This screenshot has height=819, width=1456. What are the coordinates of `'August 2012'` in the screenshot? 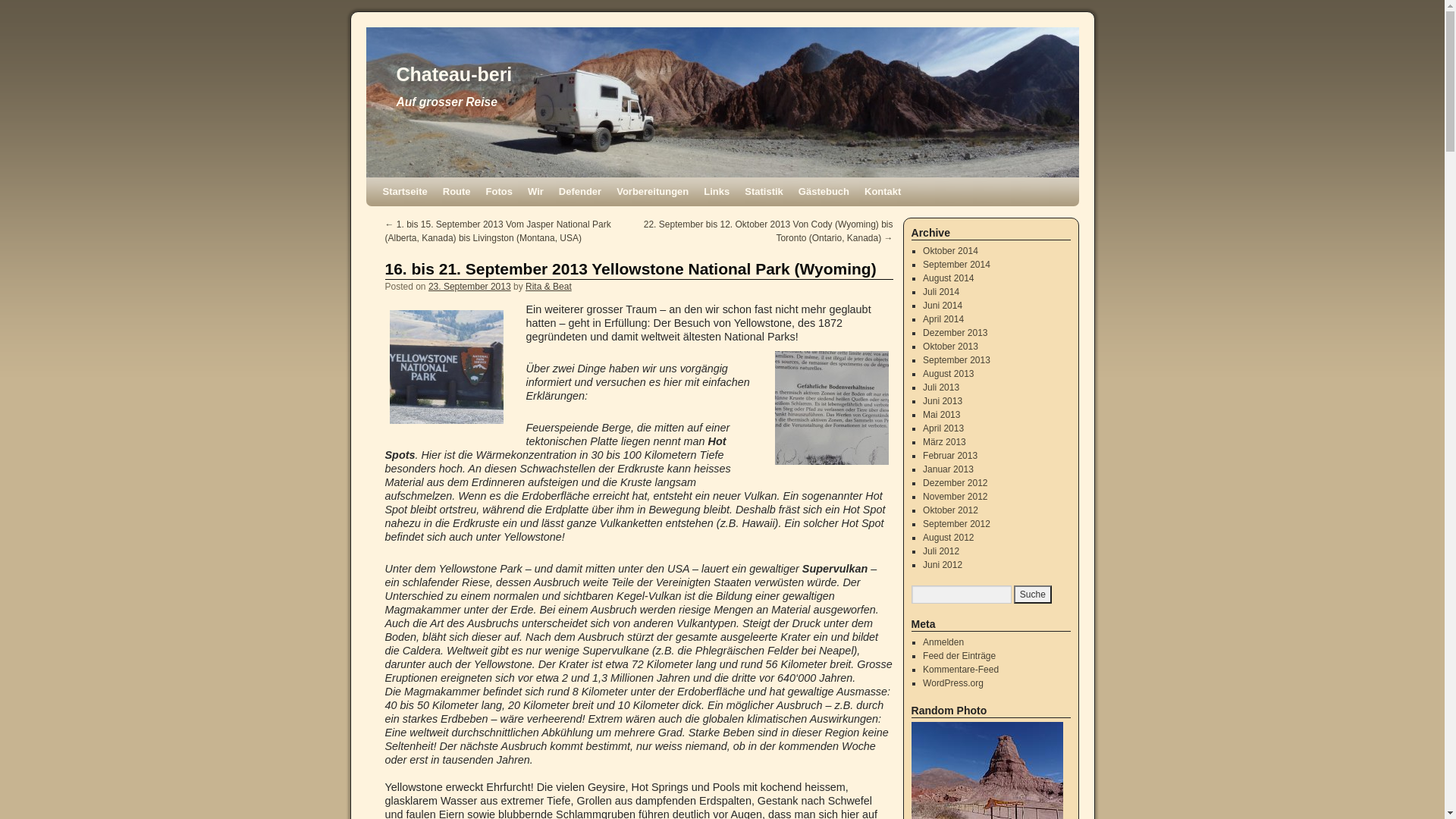 It's located at (947, 537).